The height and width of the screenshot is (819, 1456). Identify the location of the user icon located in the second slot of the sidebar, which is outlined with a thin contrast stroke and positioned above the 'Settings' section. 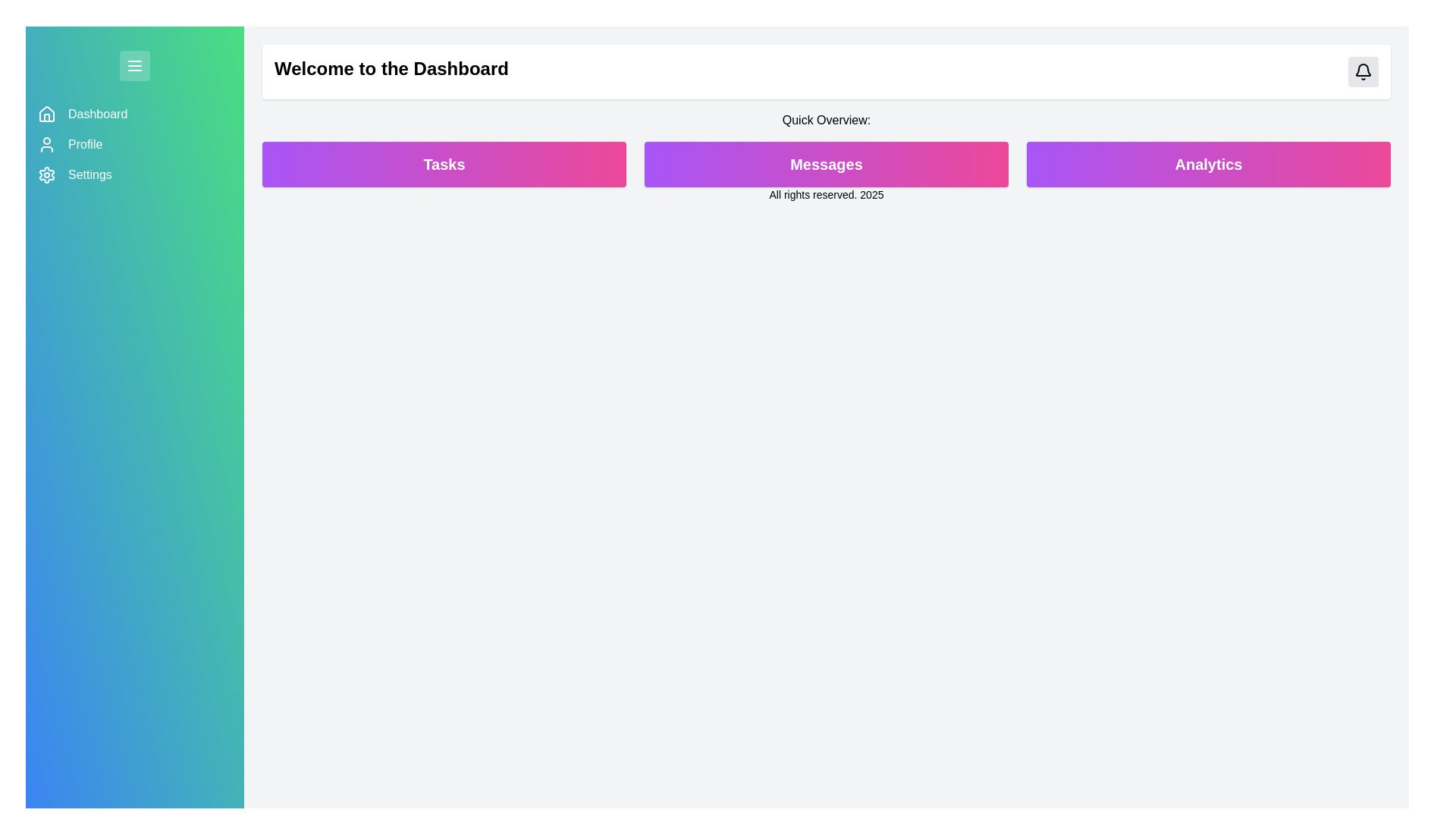
(47, 145).